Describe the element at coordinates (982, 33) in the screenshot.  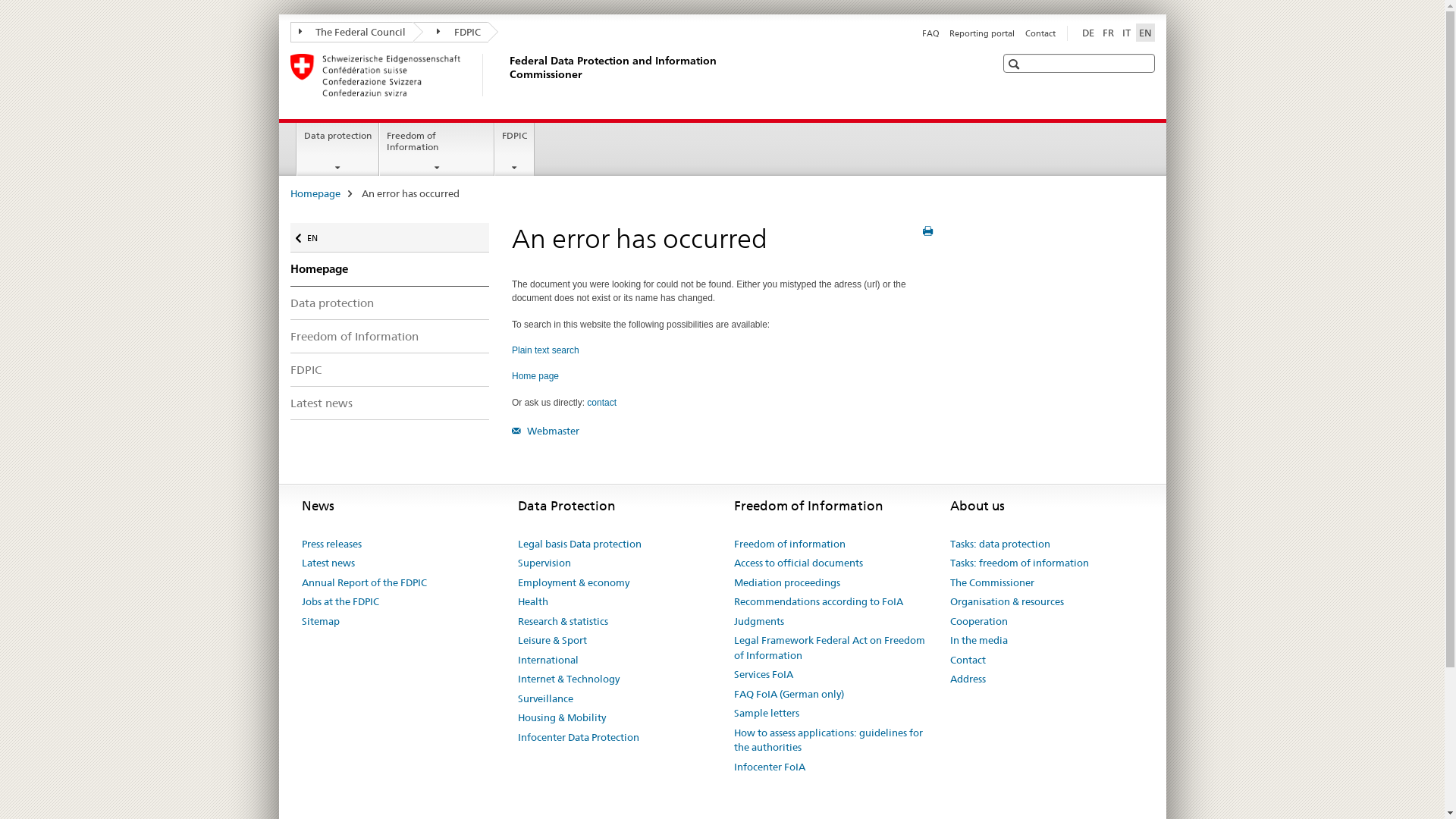
I see `'Reporting portal'` at that location.